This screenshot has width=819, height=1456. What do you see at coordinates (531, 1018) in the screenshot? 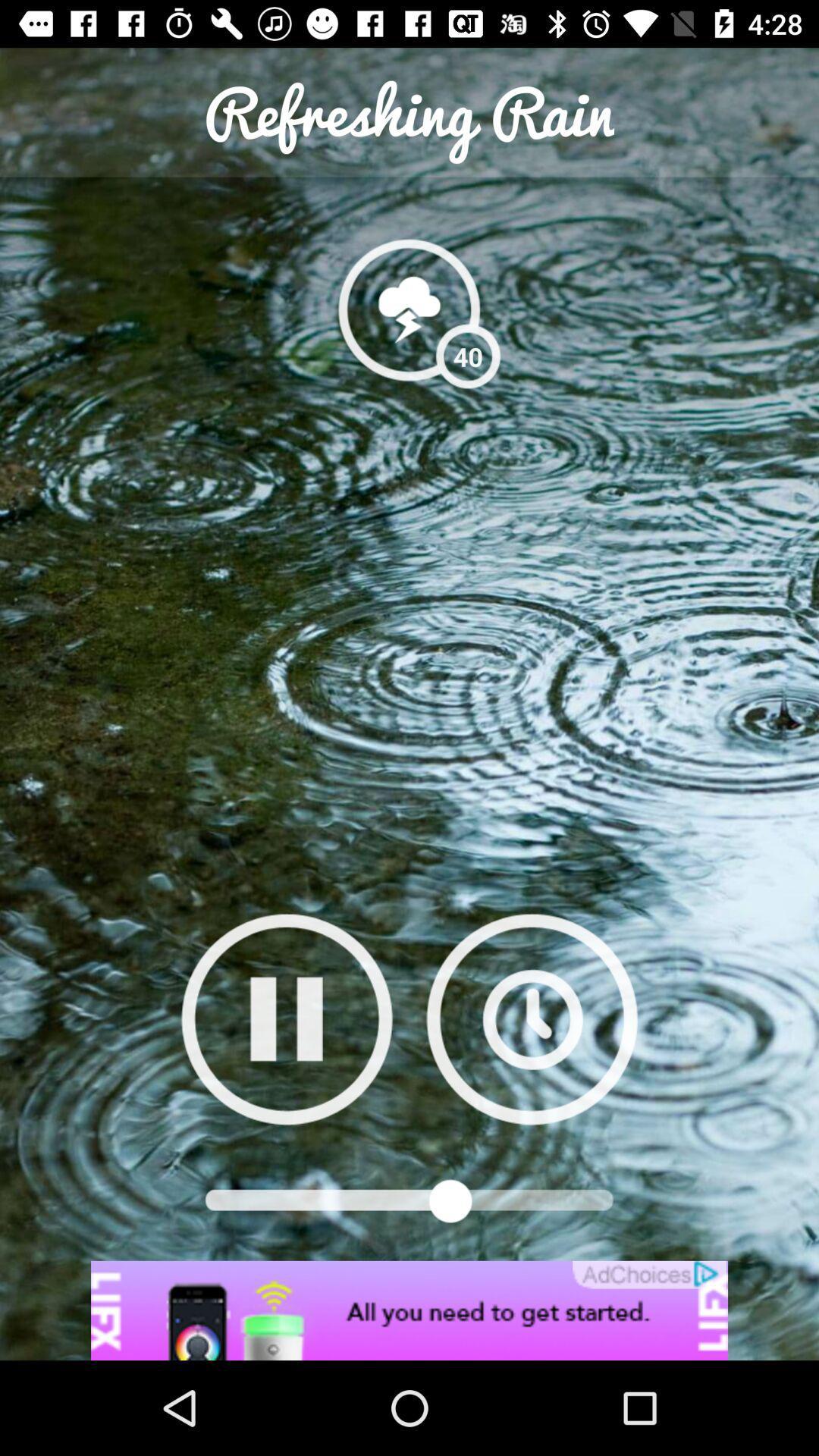
I see `set timer` at bounding box center [531, 1018].